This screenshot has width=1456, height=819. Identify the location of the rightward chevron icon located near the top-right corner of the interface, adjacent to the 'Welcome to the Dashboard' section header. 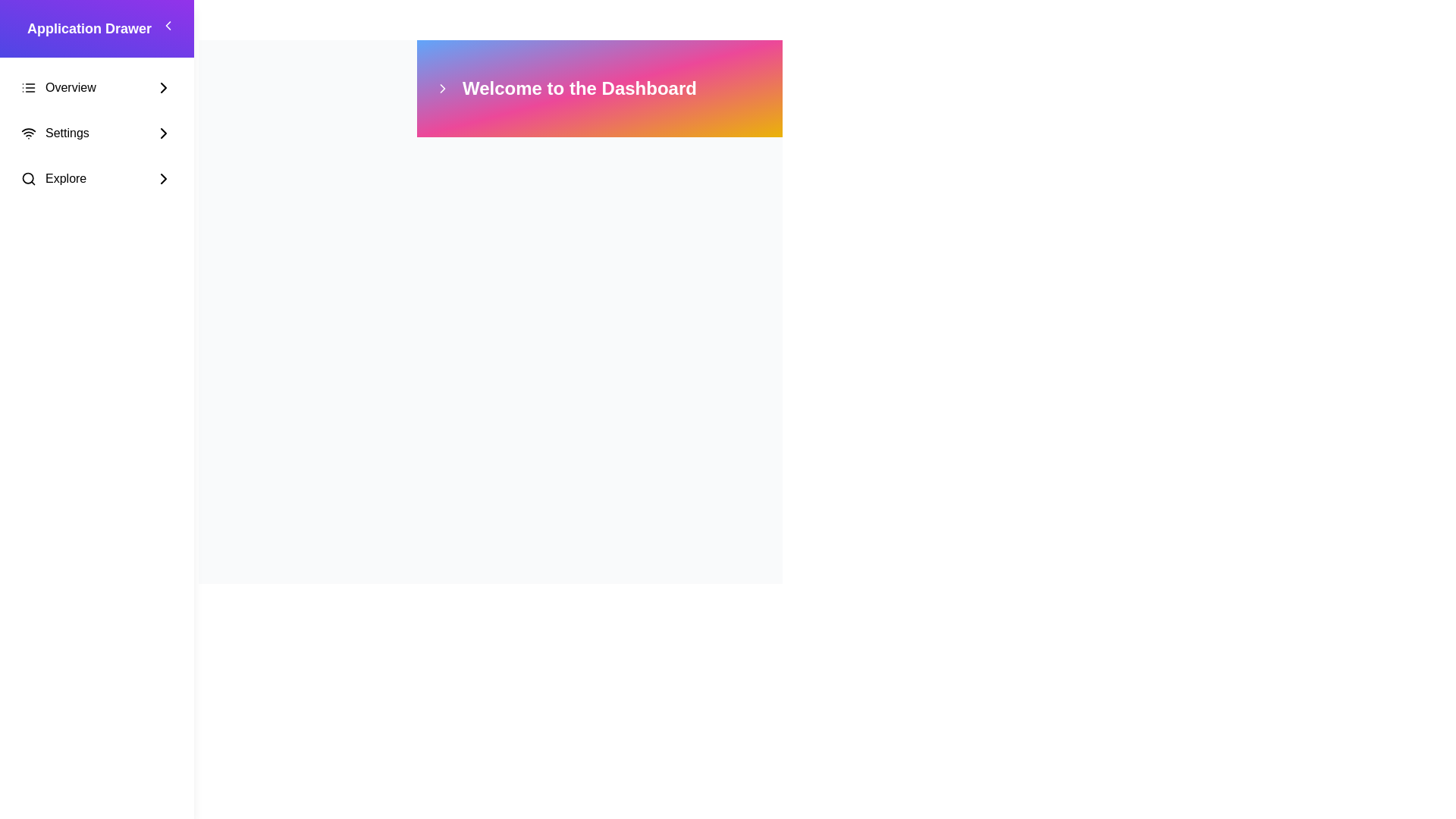
(164, 133).